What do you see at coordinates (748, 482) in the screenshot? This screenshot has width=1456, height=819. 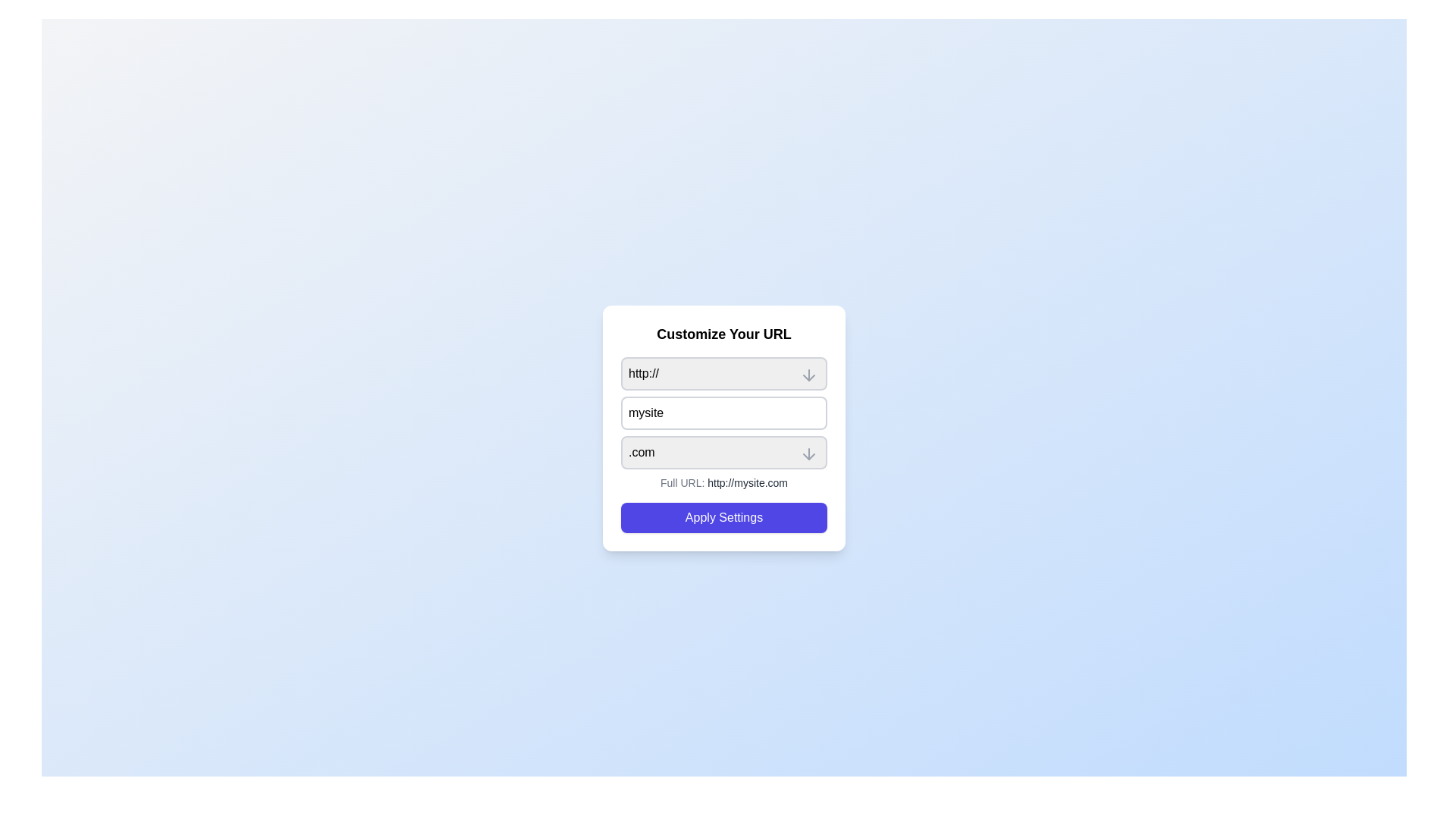 I see `the display-only text label that shows the full URL created based on user inputs, located in the 'Customize Your URL' modal, directly under 'Full URL:' and above the 'Apply Settings' button` at bounding box center [748, 482].